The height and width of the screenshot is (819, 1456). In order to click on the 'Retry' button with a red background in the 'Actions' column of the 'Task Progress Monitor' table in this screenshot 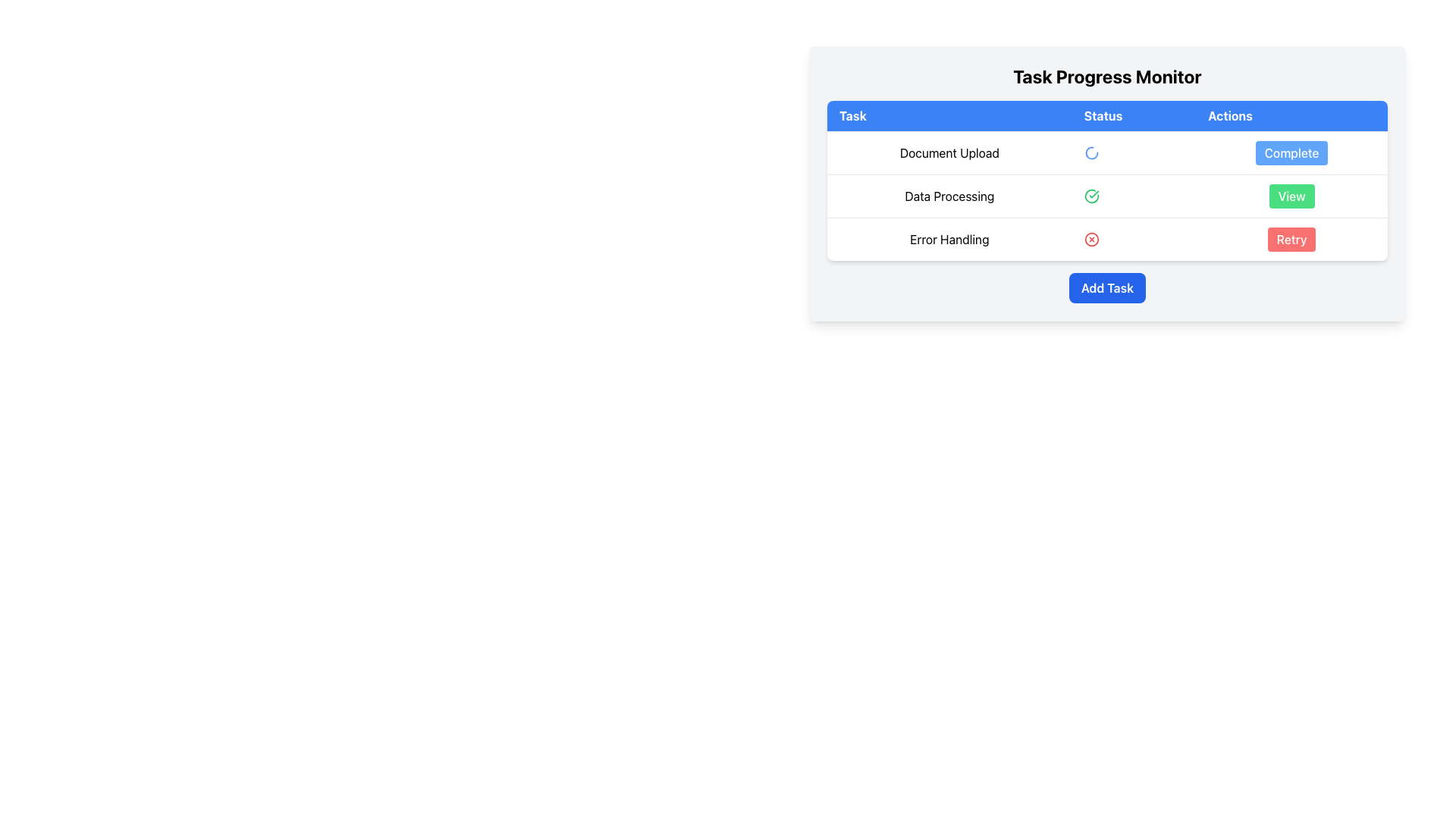, I will do `click(1291, 239)`.